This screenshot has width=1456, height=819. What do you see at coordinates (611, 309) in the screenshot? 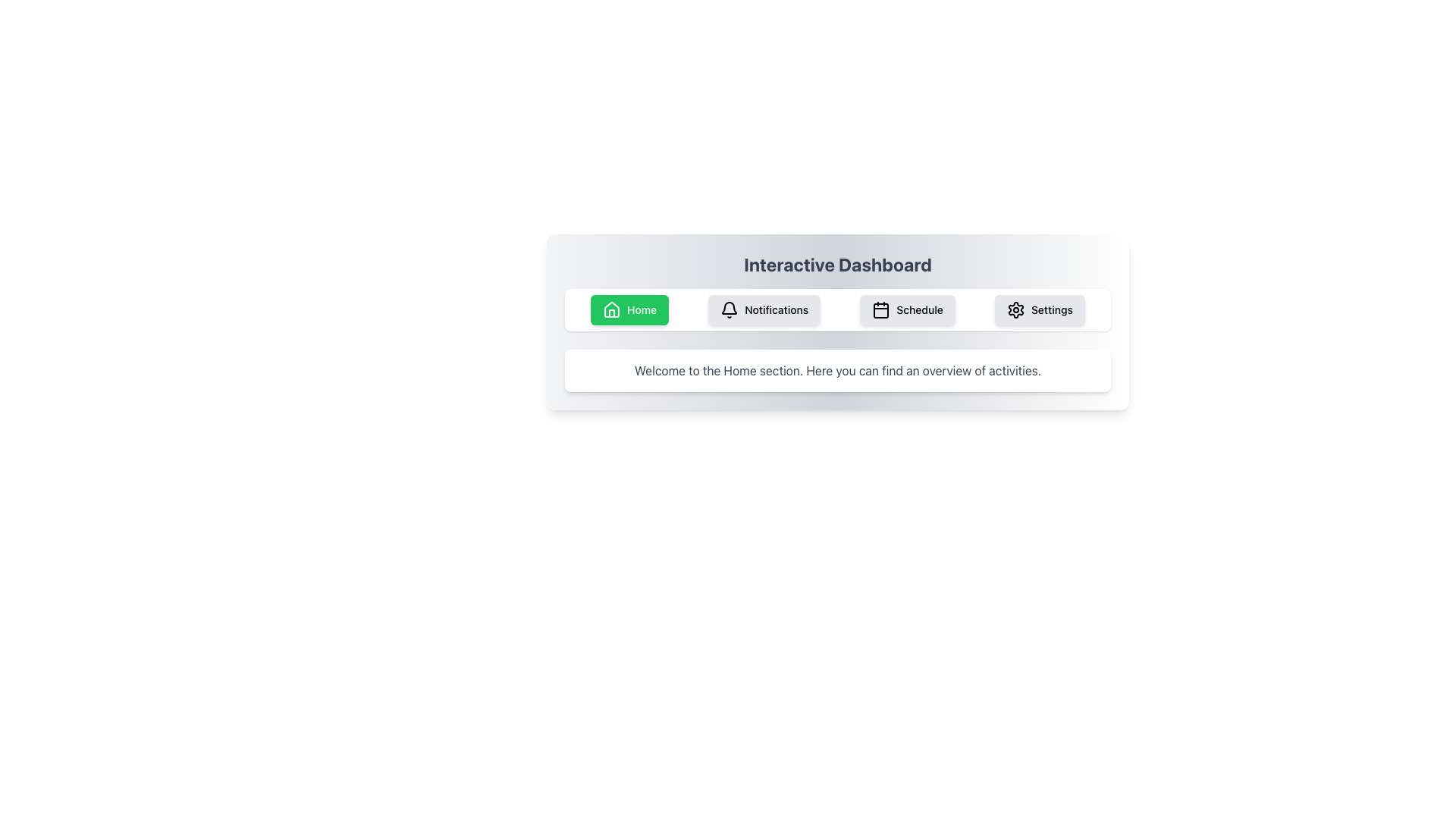
I see `the house icon located in the leftmost section of the navigation bar` at bounding box center [611, 309].